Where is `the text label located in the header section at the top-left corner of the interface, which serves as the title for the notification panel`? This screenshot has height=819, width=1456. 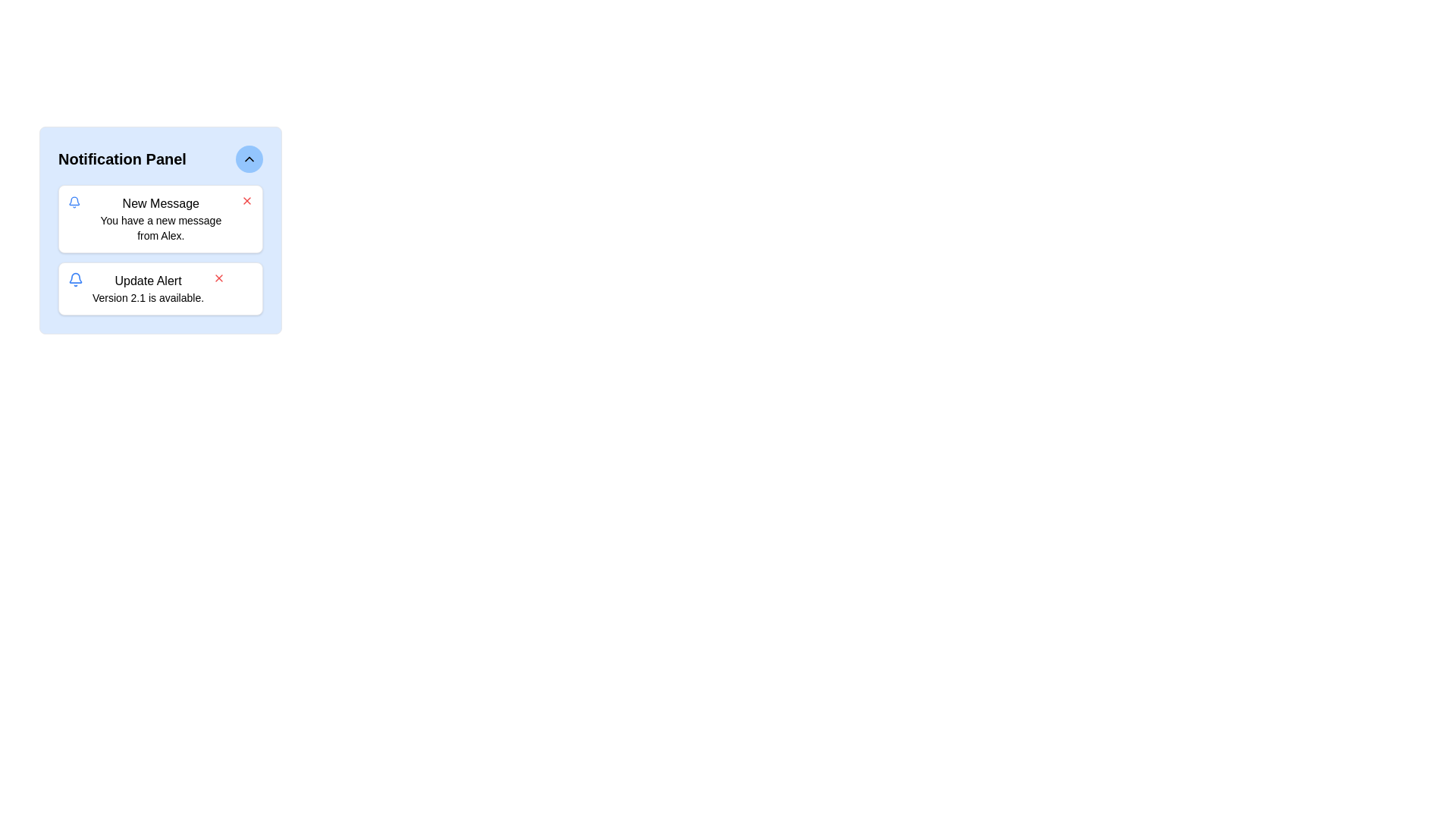
the text label located in the header section at the top-left corner of the interface, which serves as the title for the notification panel is located at coordinates (122, 158).